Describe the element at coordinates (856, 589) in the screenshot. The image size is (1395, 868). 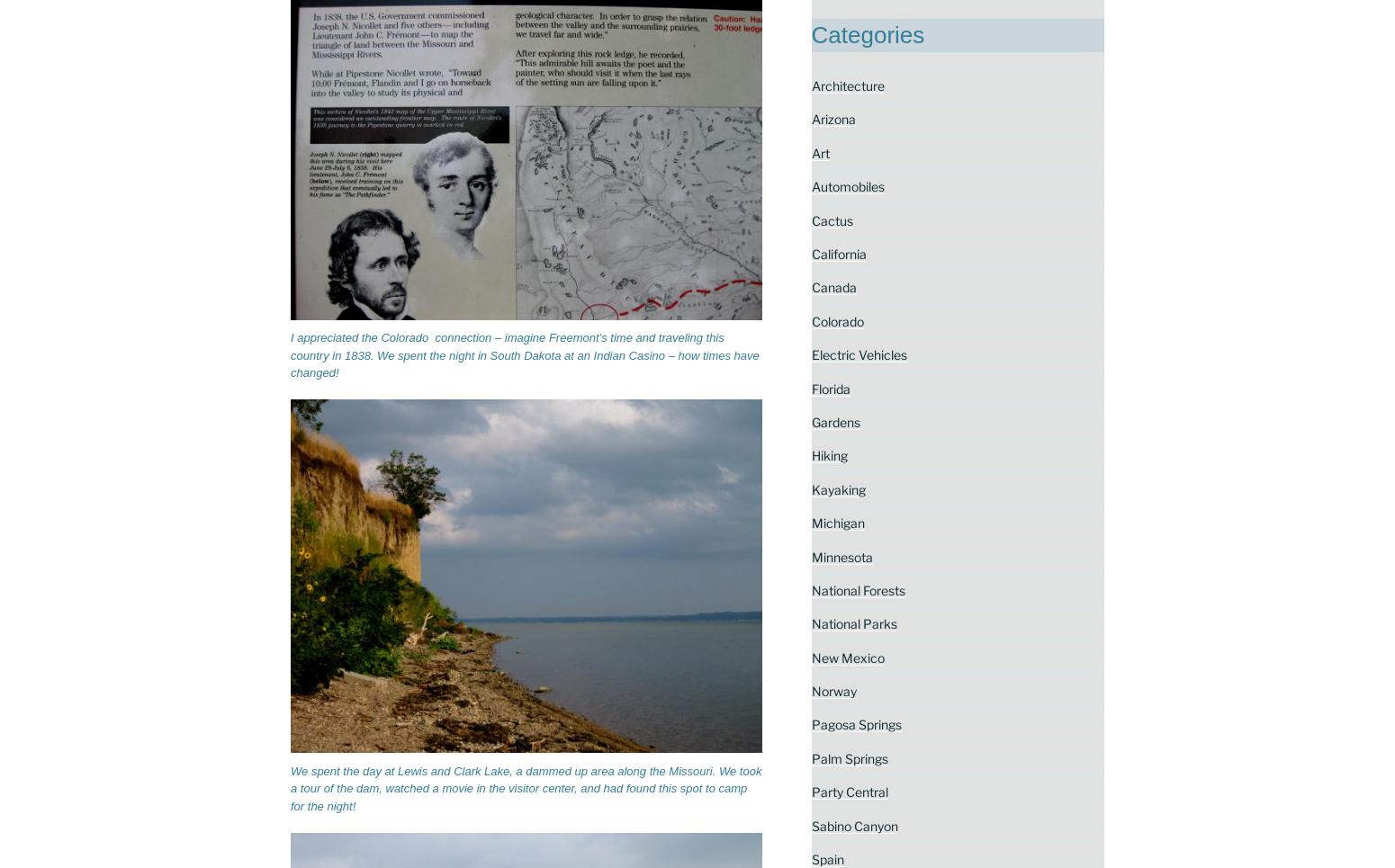
I see `'National Forests'` at that location.